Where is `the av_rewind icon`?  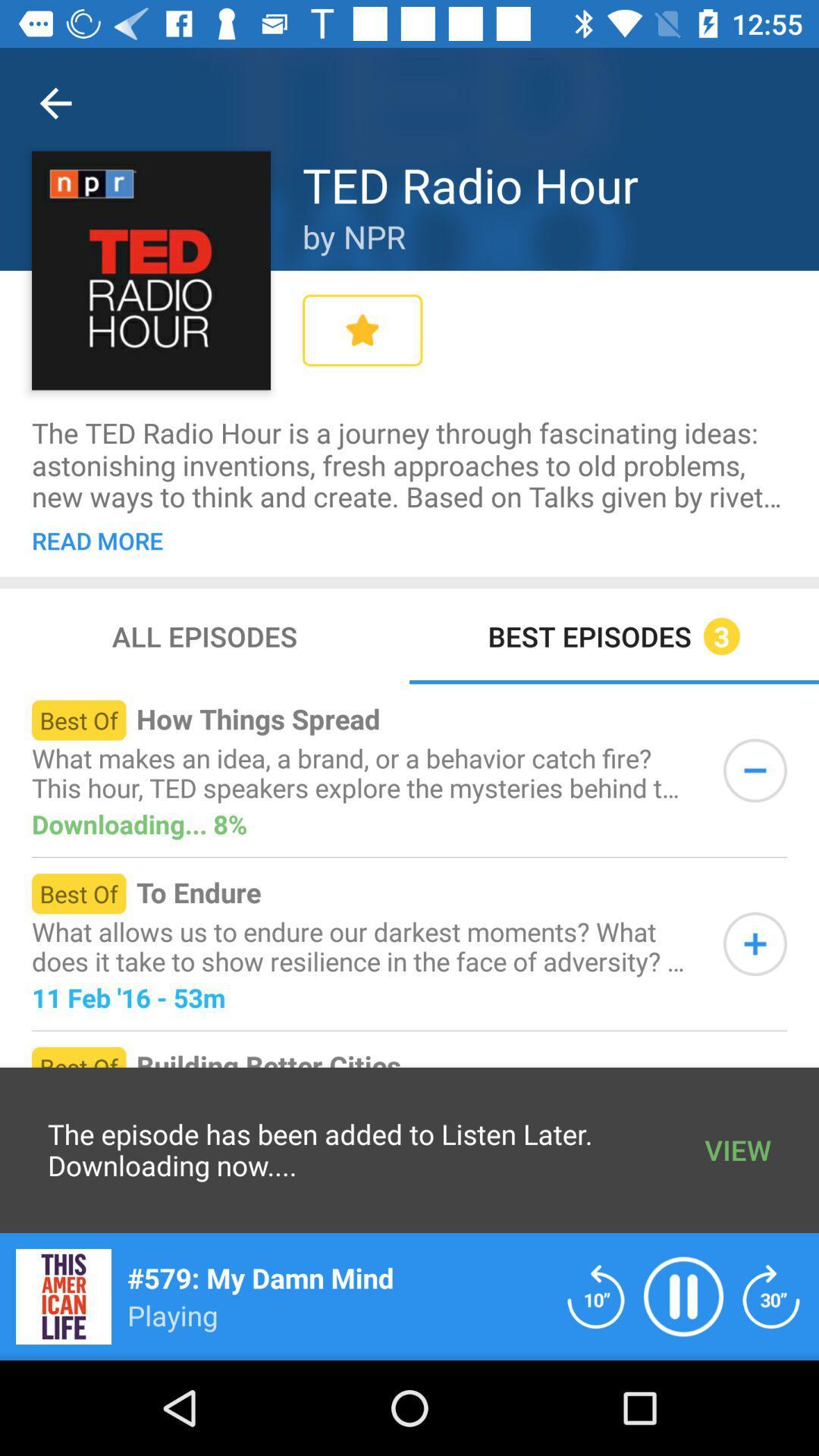 the av_rewind icon is located at coordinates (595, 1295).